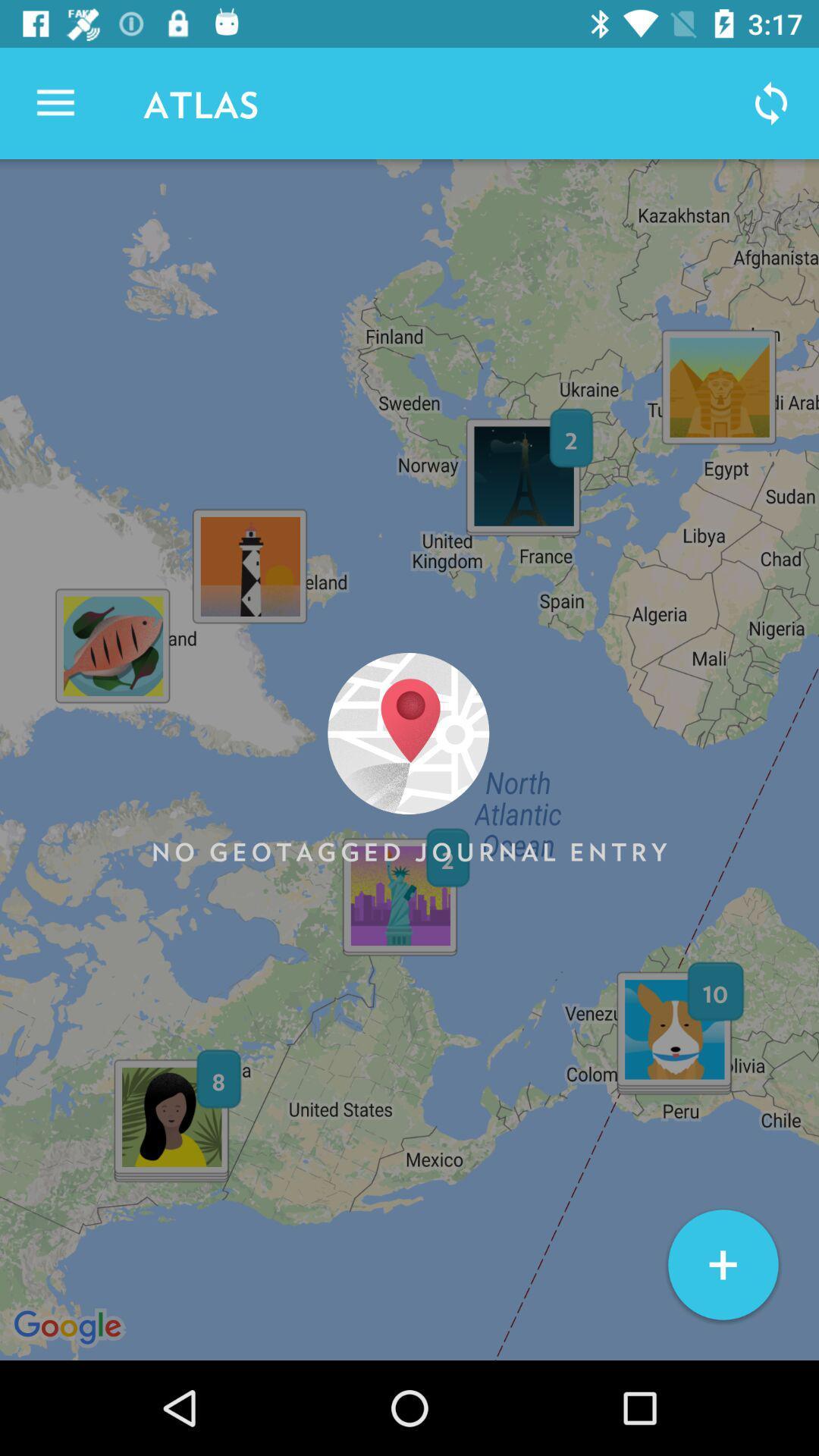 The width and height of the screenshot is (819, 1456). What do you see at coordinates (771, 102) in the screenshot?
I see `icon to the right of atlas icon` at bounding box center [771, 102].